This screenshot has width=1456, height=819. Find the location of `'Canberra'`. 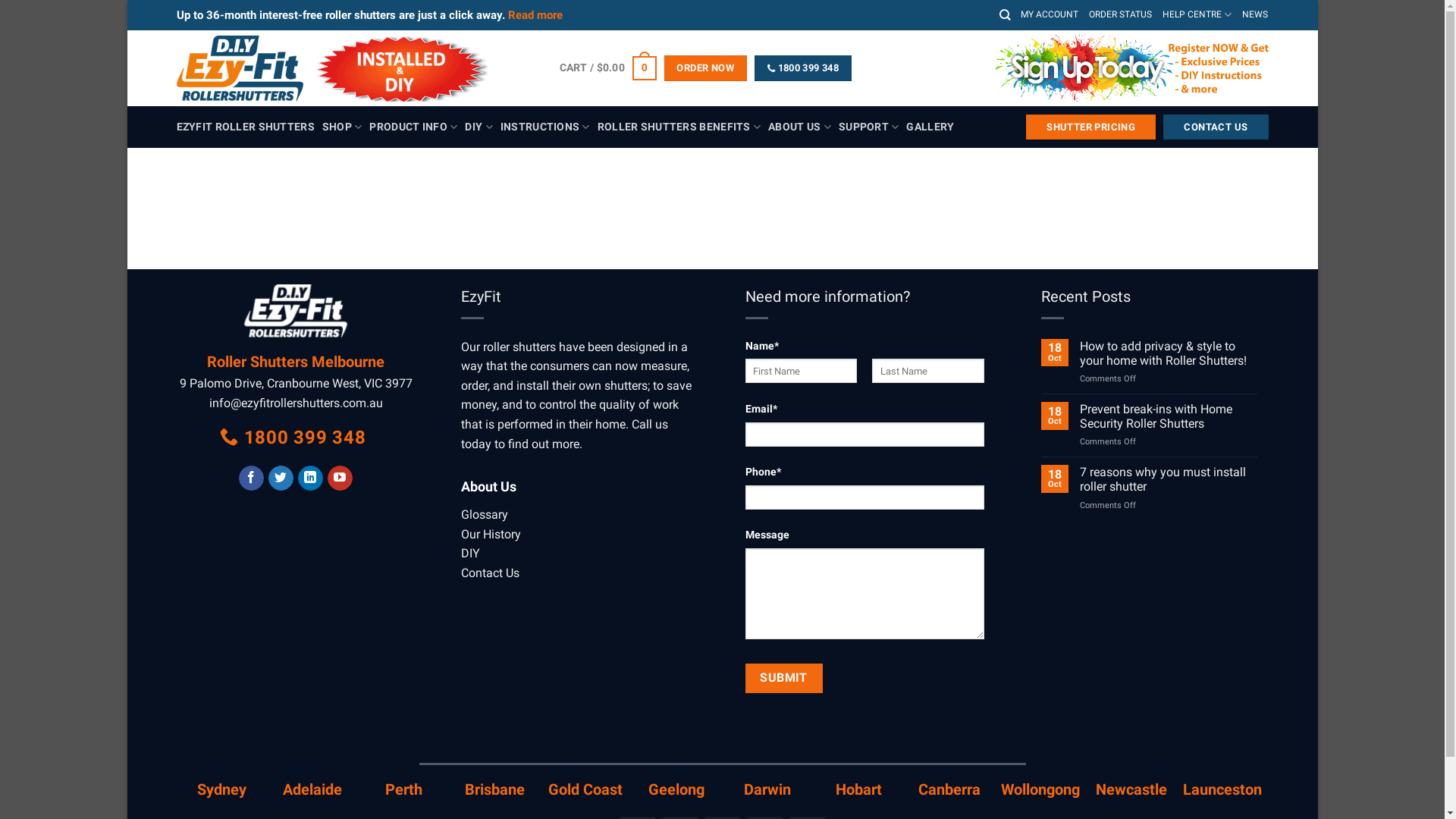

'Canberra' is located at coordinates (949, 789).